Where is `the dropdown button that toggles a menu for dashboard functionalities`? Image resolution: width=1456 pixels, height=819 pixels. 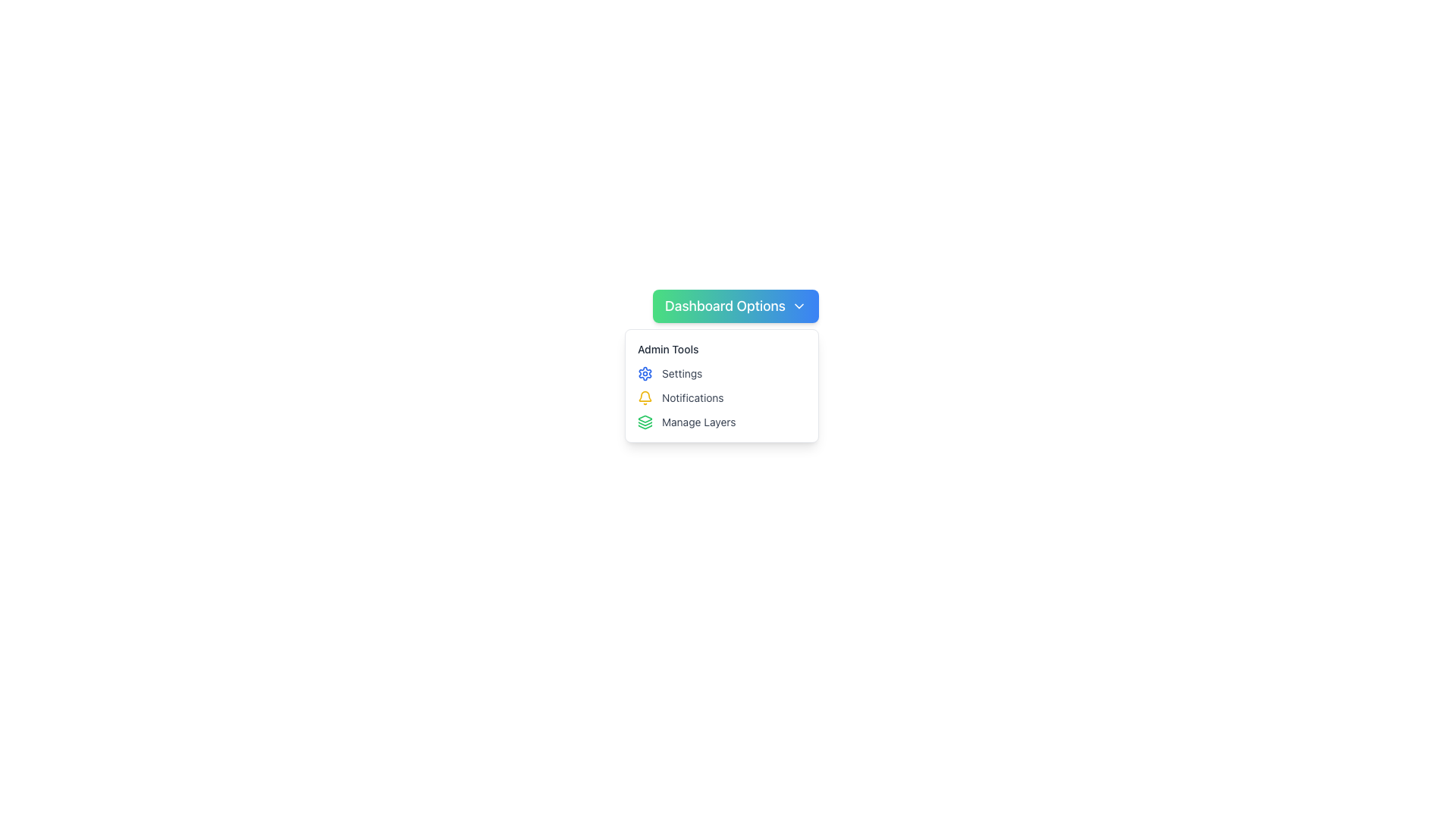 the dropdown button that toggles a menu for dashboard functionalities is located at coordinates (736, 306).